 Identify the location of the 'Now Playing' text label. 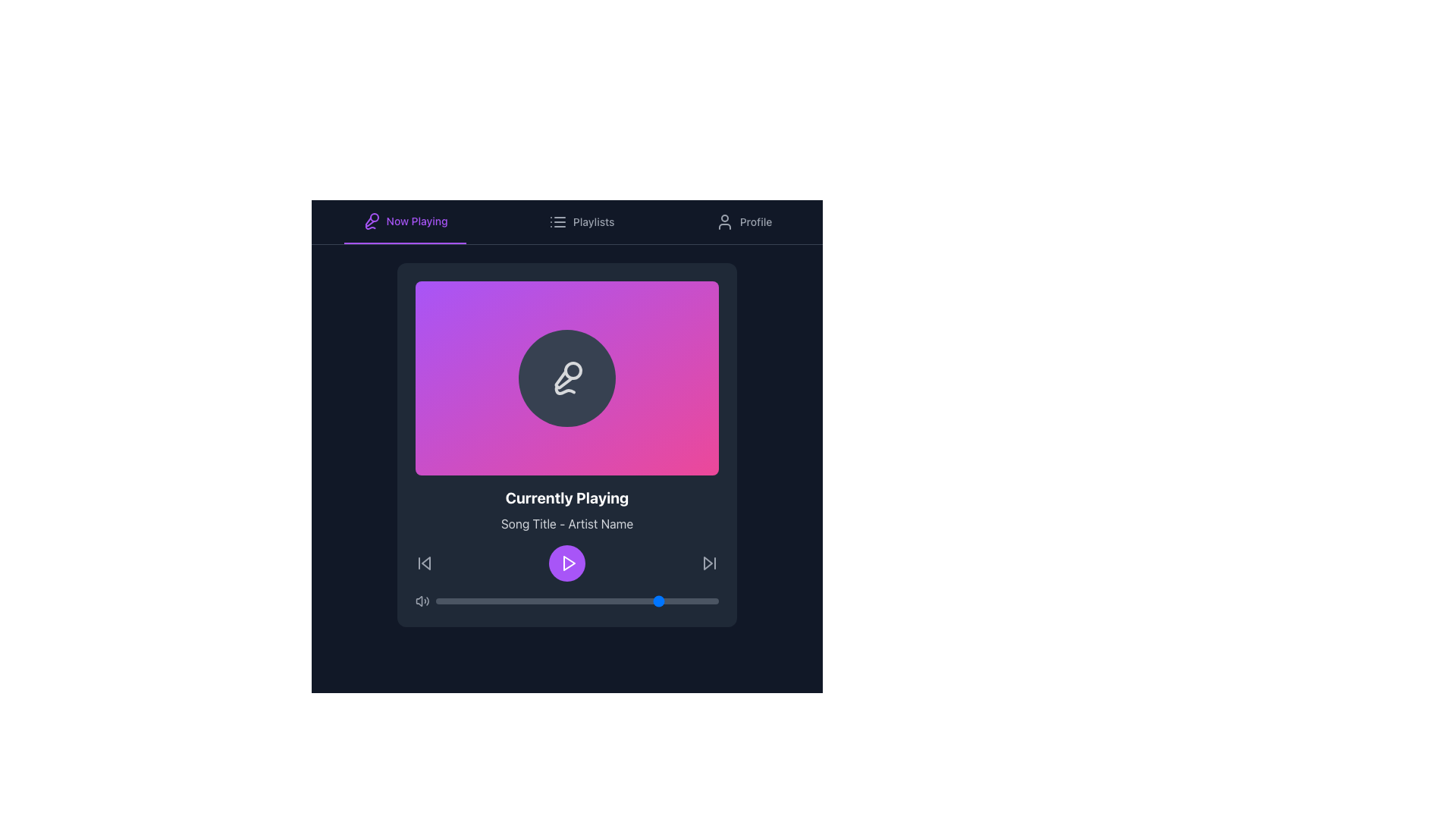
(417, 221).